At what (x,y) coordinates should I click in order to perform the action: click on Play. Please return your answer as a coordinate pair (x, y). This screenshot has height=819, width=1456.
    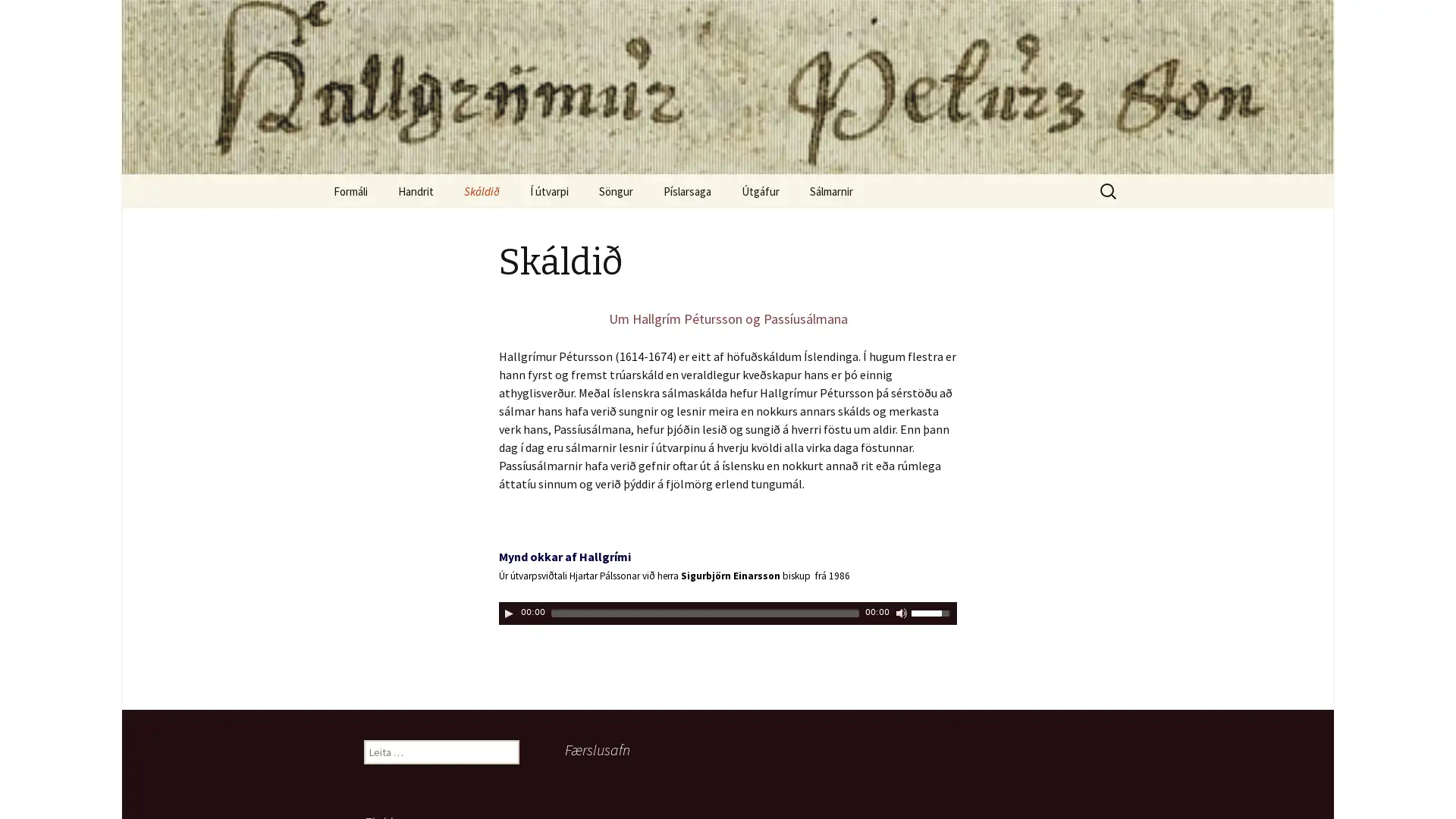
    Looking at the image, I should click on (509, 613).